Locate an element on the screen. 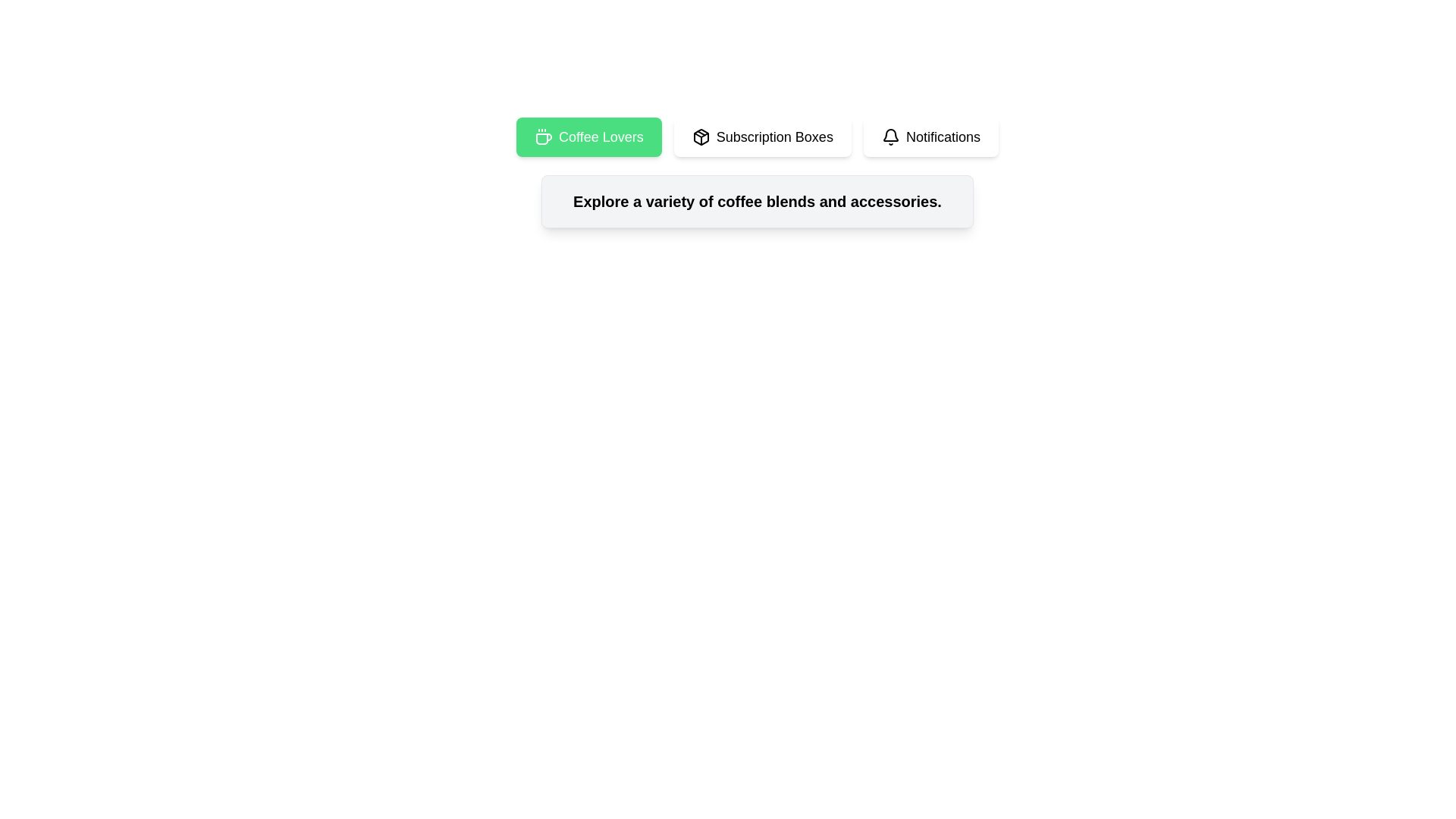  the 'Subscription Boxes' button, which is a rectangular button with a white background and black text is located at coordinates (762, 137).